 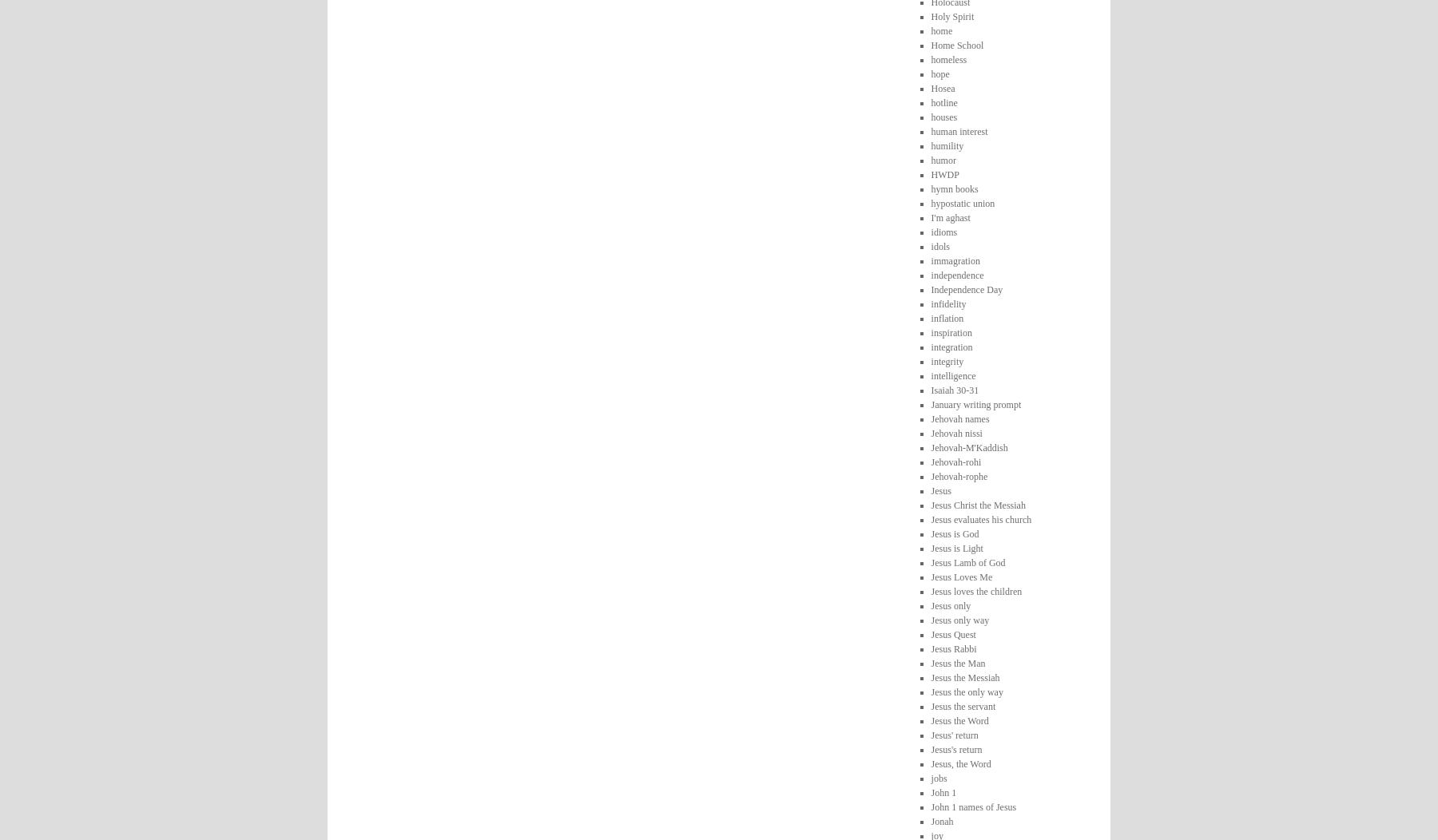 What do you see at coordinates (959, 618) in the screenshot?
I see `'Jesus only way'` at bounding box center [959, 618].